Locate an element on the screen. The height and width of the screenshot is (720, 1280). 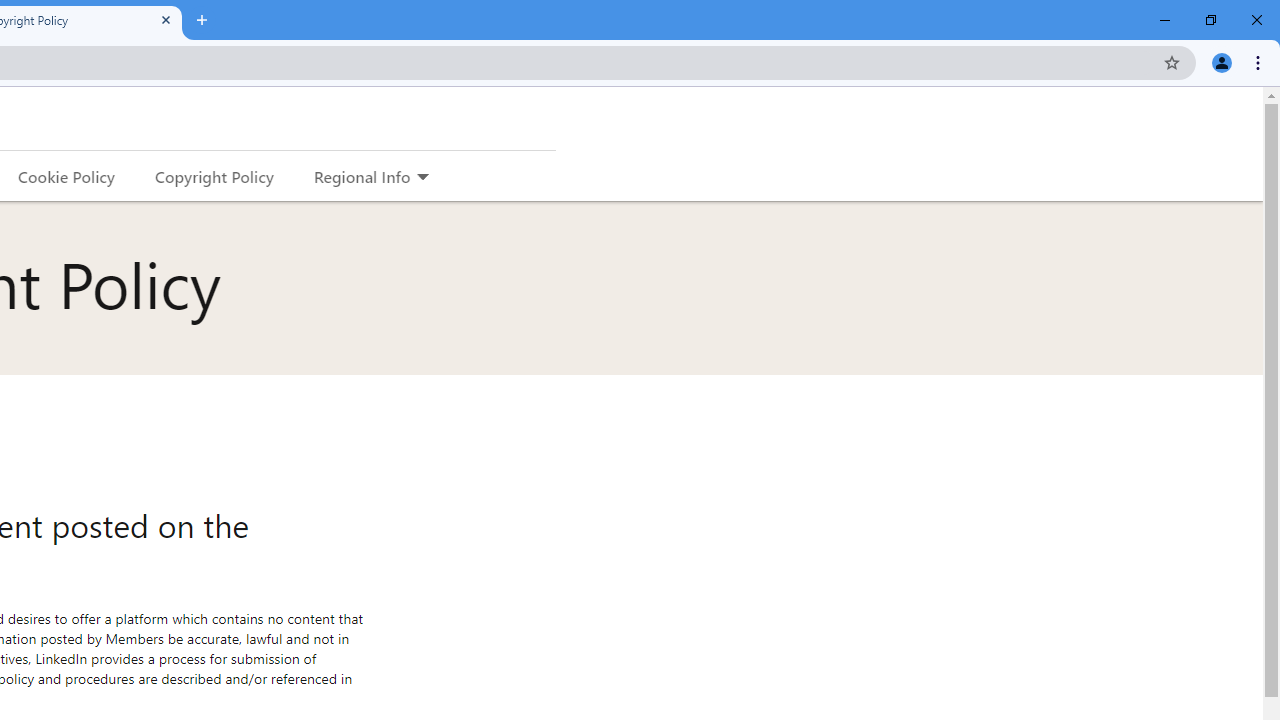
'Expand to show more links for Regional Info' is located at coordinates (421, 177).